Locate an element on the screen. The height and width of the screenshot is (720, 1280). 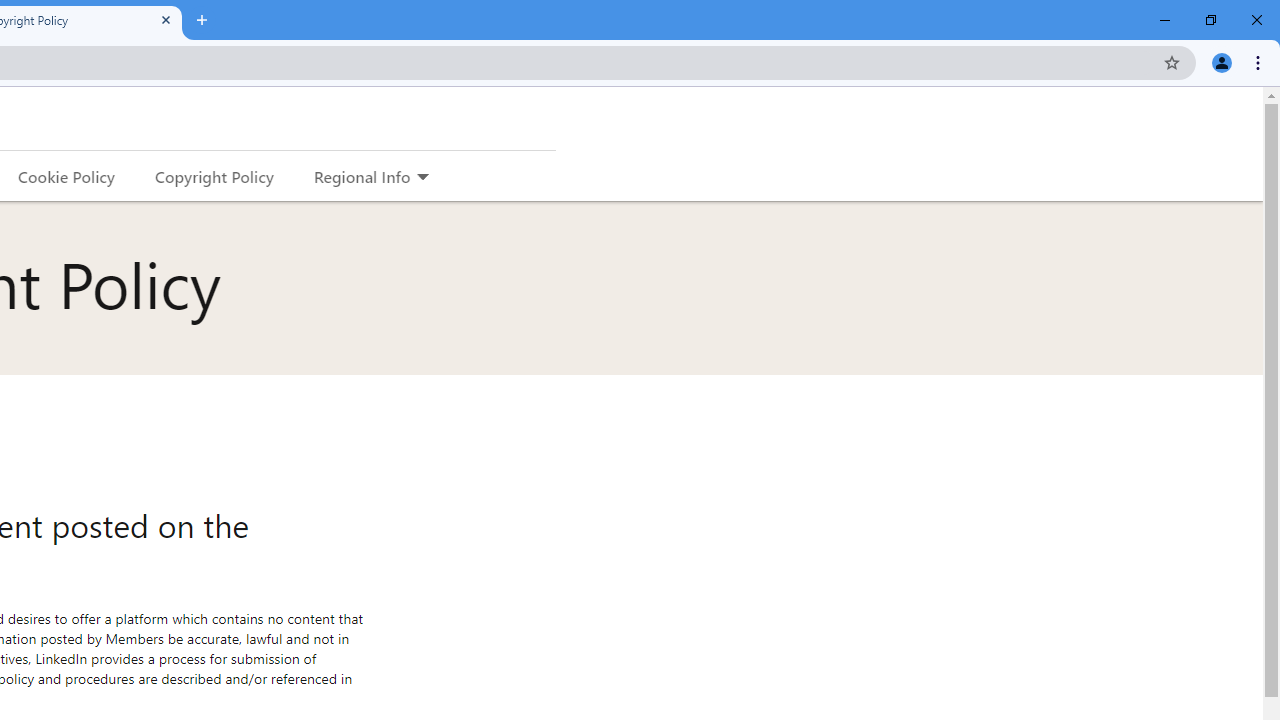
'Expand to show more links for Regional Info' is located at coordinates (421, 177).